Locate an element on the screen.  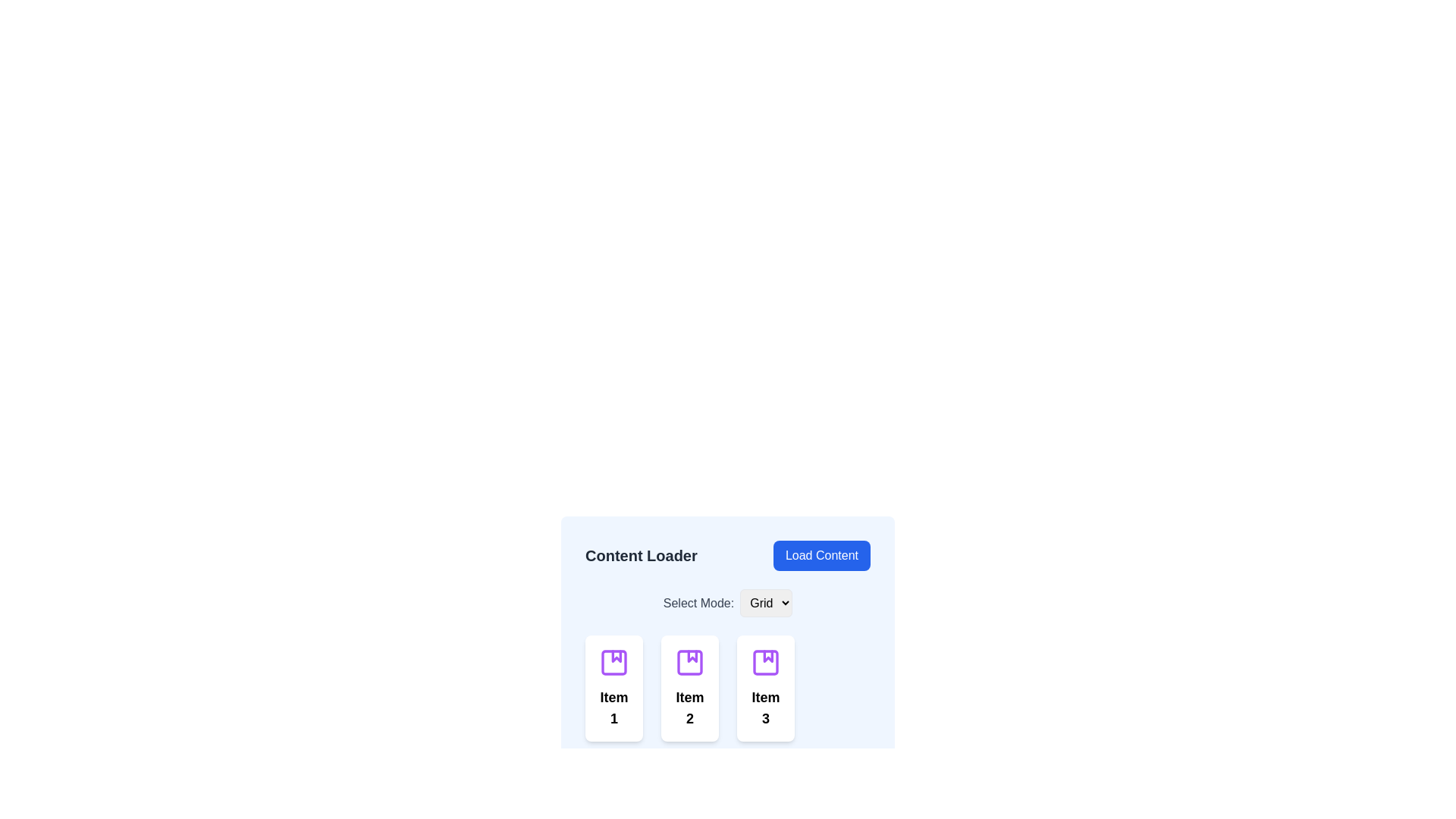
text label displaying 'Item 3' which is styled in bold and centrally aligned within the third card beneath an icon is located at coordinates (765, 708).